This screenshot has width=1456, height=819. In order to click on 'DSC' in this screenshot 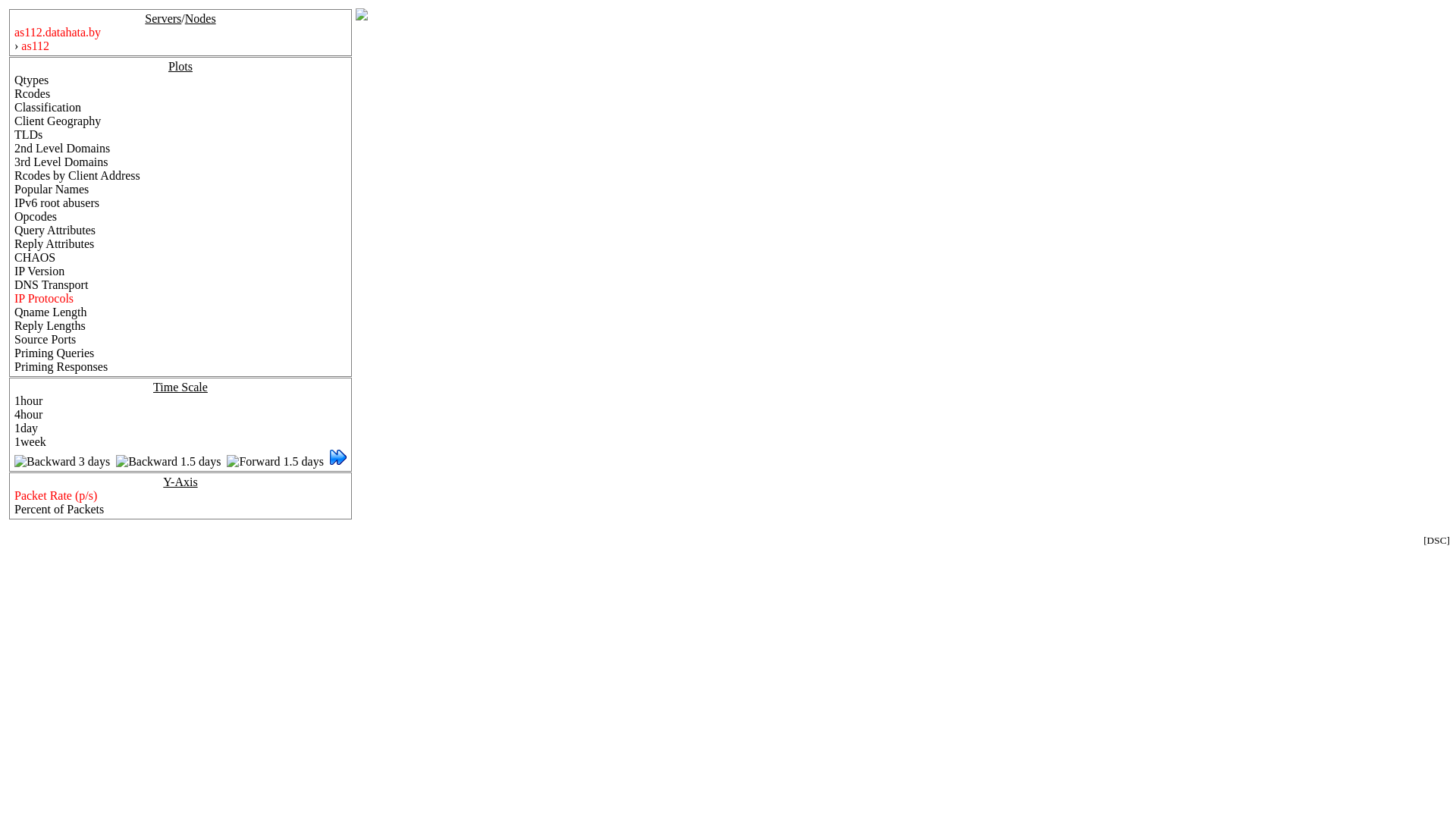, I will do `click(1426, 539)`.